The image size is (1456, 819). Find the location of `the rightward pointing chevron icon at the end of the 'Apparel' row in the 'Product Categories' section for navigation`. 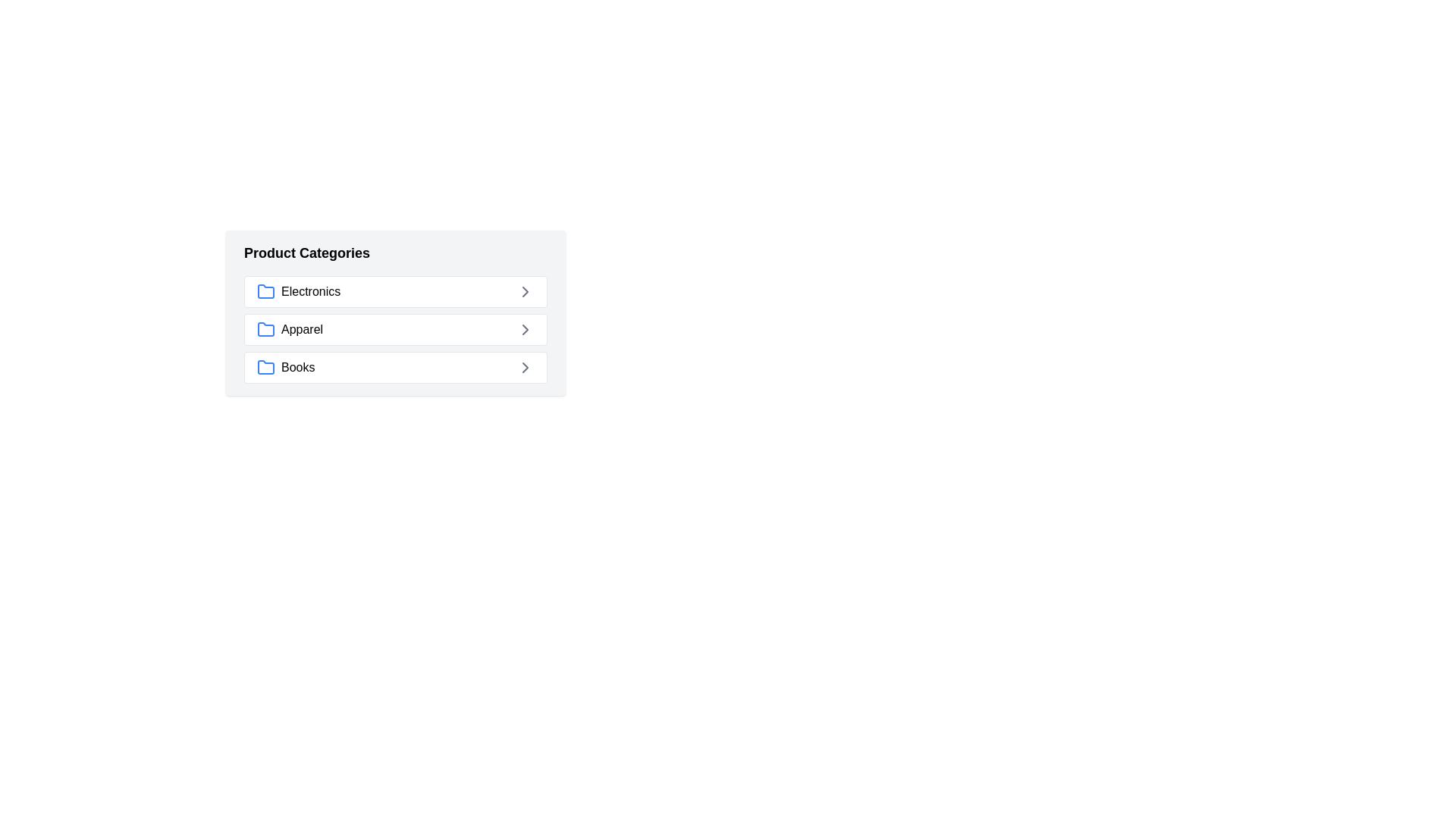

the rightward pointing chevron icon at the end of the 'Apparel' row in the 'Product Categories' section for navigation is located at coordinates (525, 329).